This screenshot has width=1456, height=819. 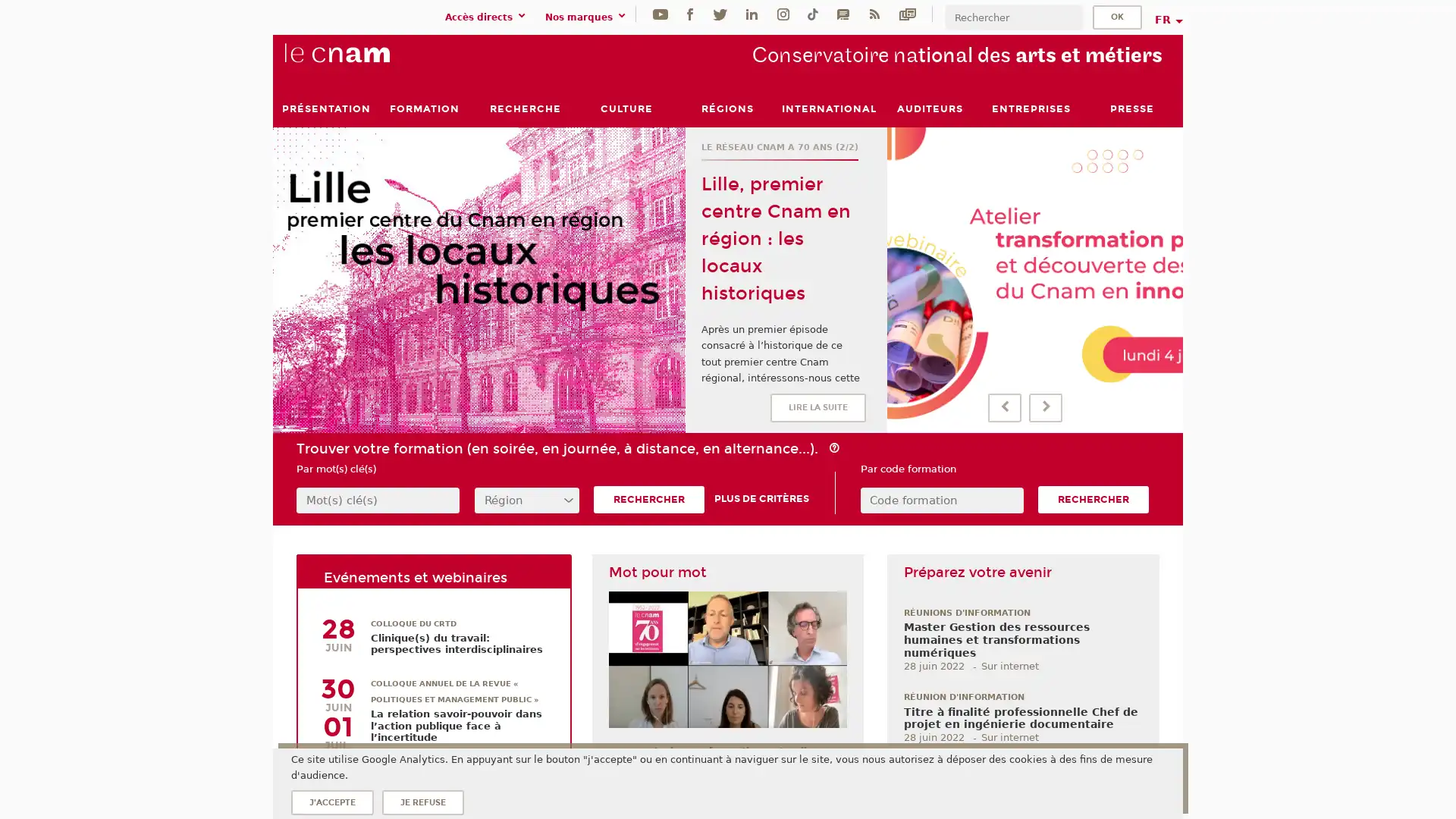 I want to click on PLUS DE CRITERES, so click(x=761, y=499).